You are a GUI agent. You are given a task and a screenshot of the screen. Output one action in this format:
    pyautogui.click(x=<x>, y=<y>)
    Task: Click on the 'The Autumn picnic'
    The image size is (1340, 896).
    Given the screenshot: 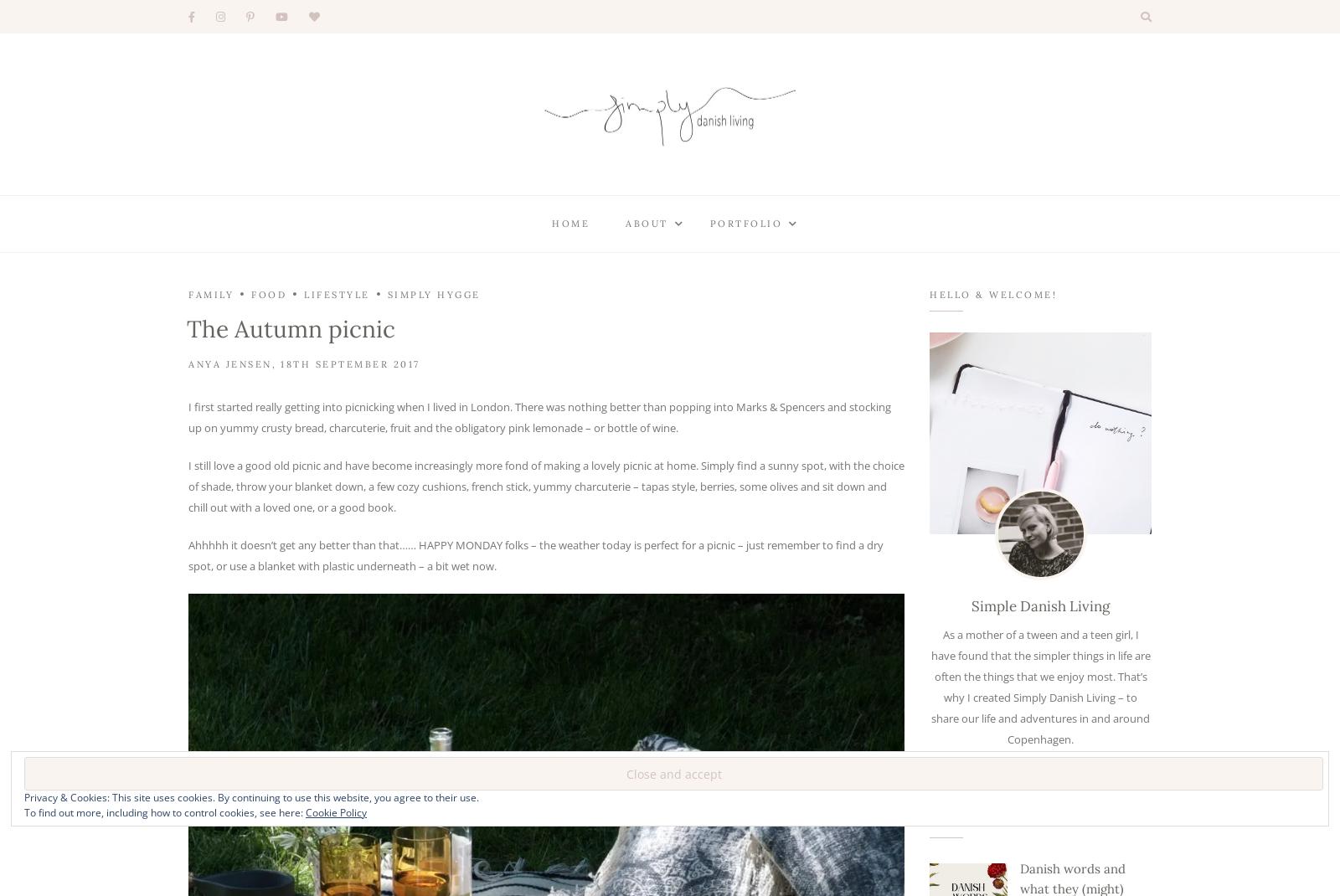 What is the action you would take?
    pyautogui.click(x=291, y=327)
    